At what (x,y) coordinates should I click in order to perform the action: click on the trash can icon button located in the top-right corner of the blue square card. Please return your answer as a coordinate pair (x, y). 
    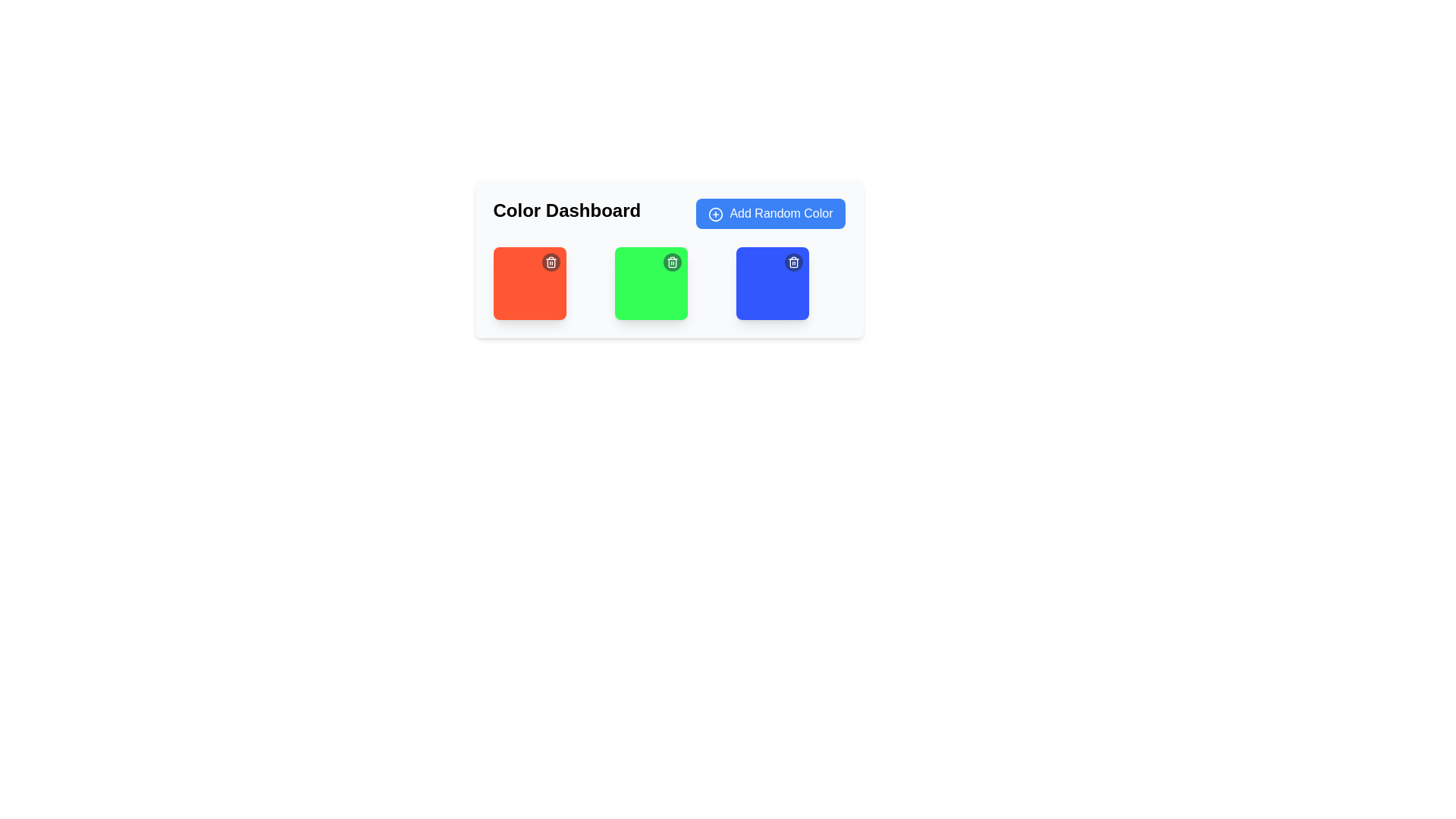
    Looking at the image, I should click on (792, 262).